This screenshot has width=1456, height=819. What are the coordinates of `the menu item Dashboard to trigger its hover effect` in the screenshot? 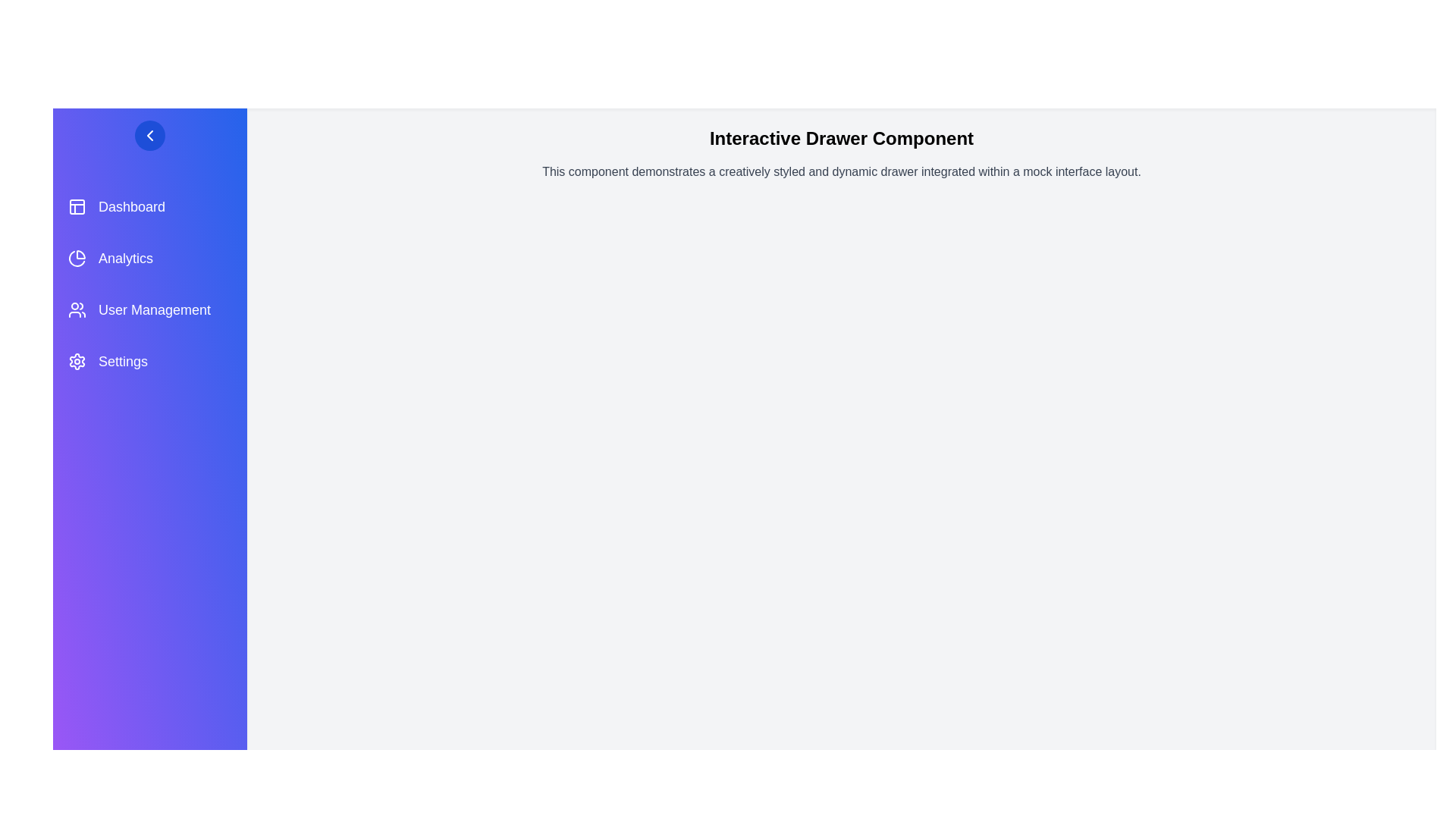 It's located at (149, 207).